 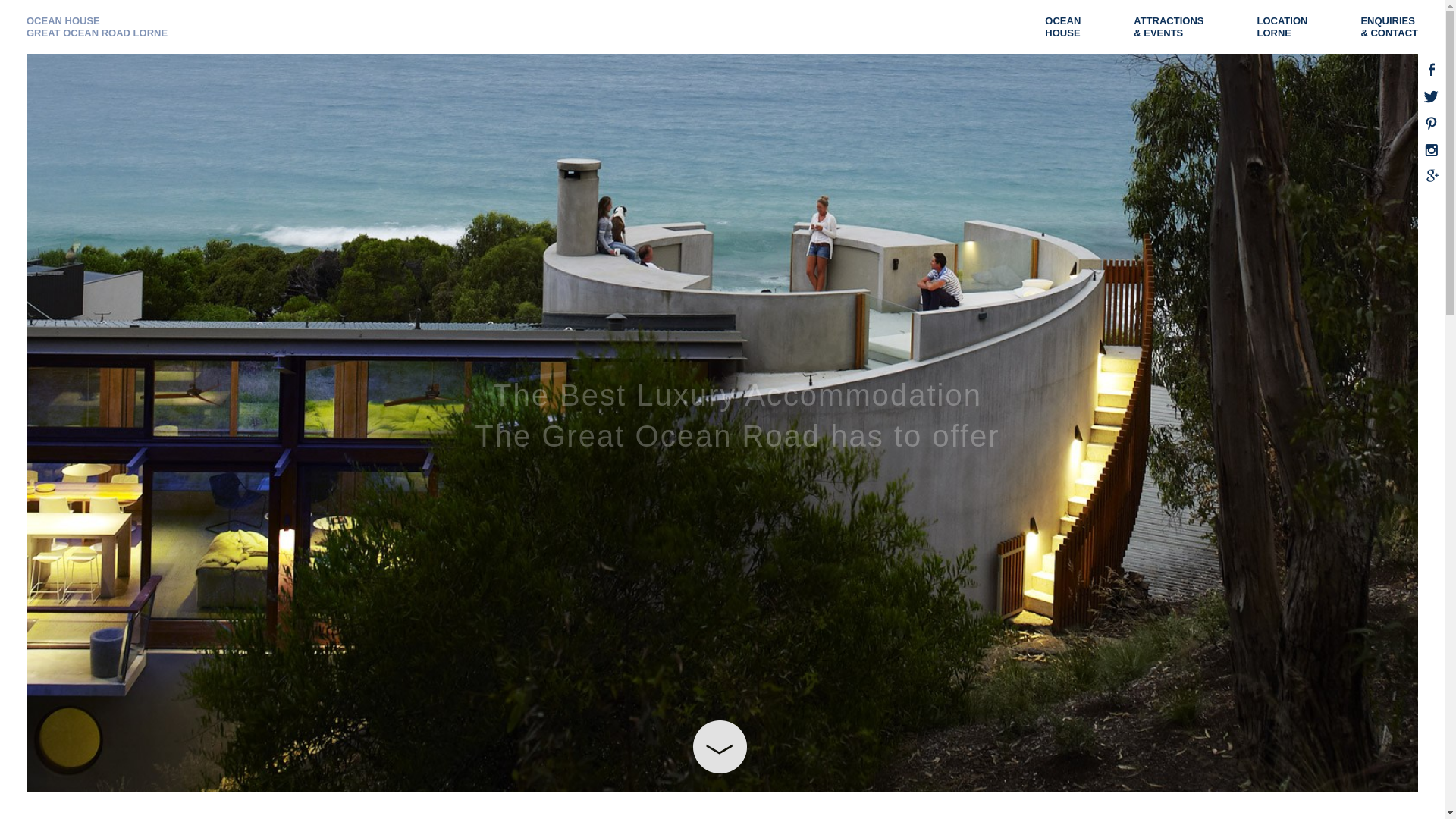 I want to click on 'ATTRACTIONS, so click(x=1133, y=27).